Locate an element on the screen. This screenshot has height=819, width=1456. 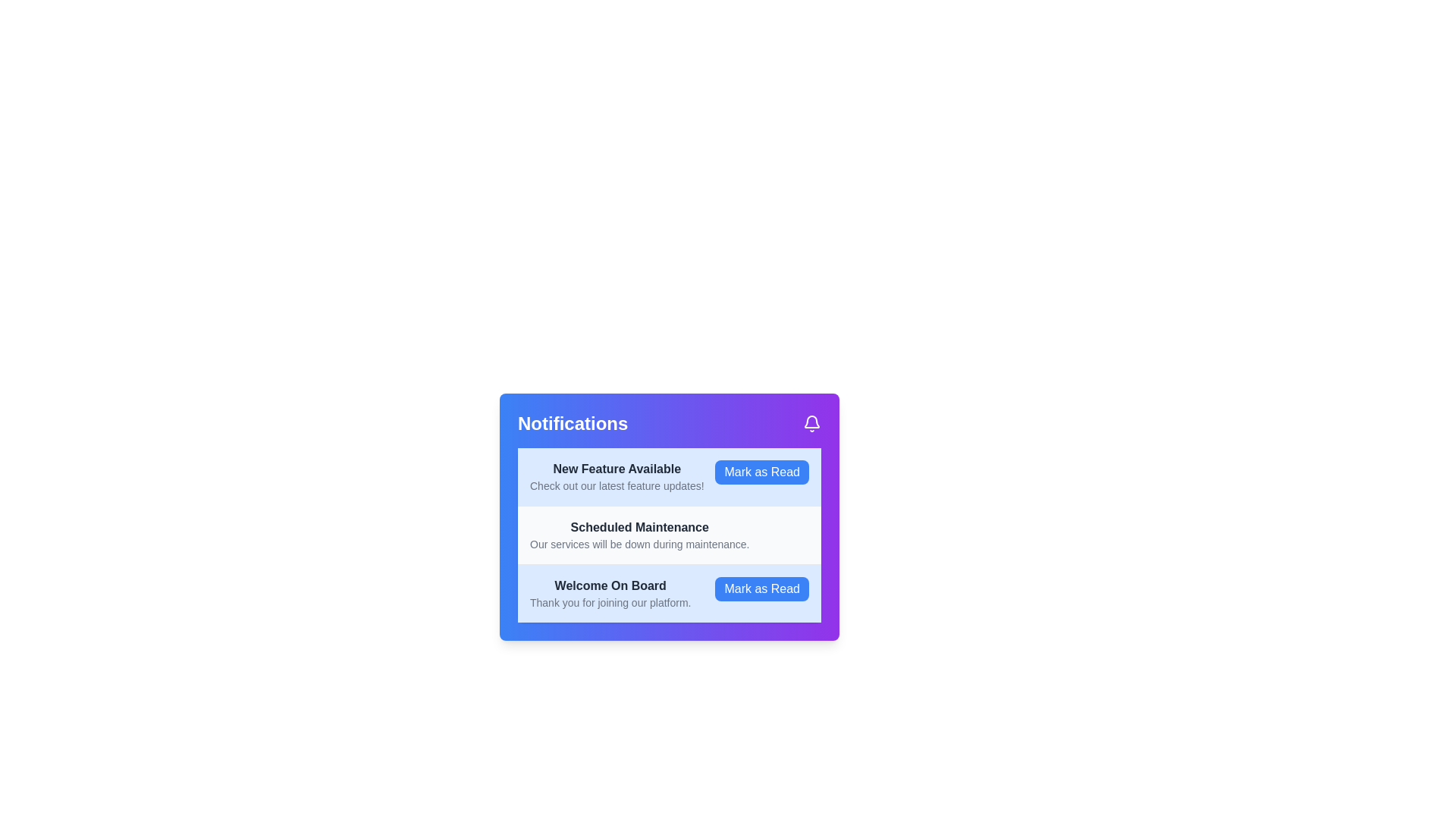
text label that says 'Check out our latest feature updates!' located underneath the heading 'New Feature Available' in the topmost notification card of the 'Notifications' widget is located at coordinates (617, 485).